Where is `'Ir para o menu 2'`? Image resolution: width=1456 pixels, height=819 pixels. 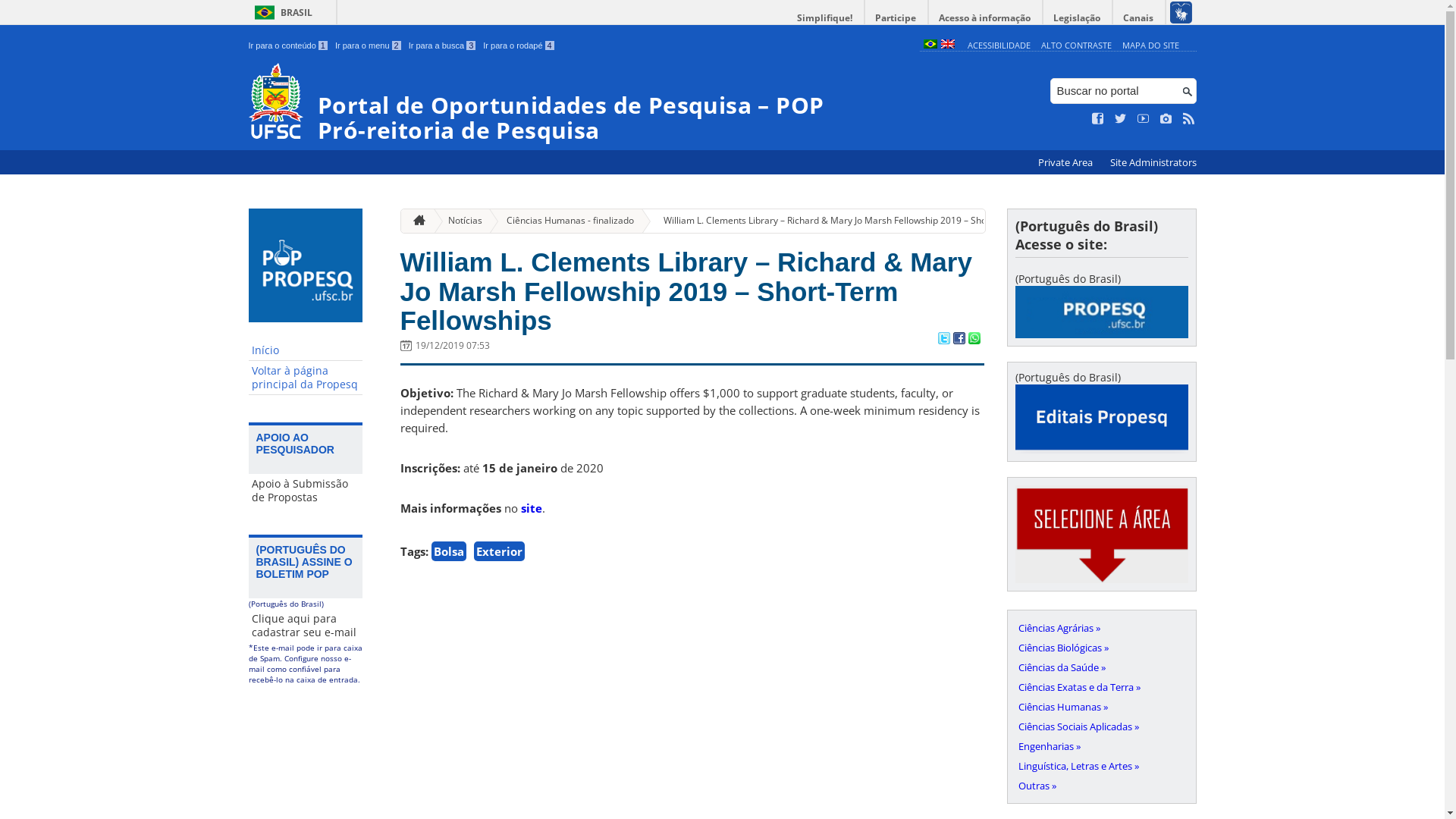
'Ir para o menu 2' is located at coordinates (368, 45).